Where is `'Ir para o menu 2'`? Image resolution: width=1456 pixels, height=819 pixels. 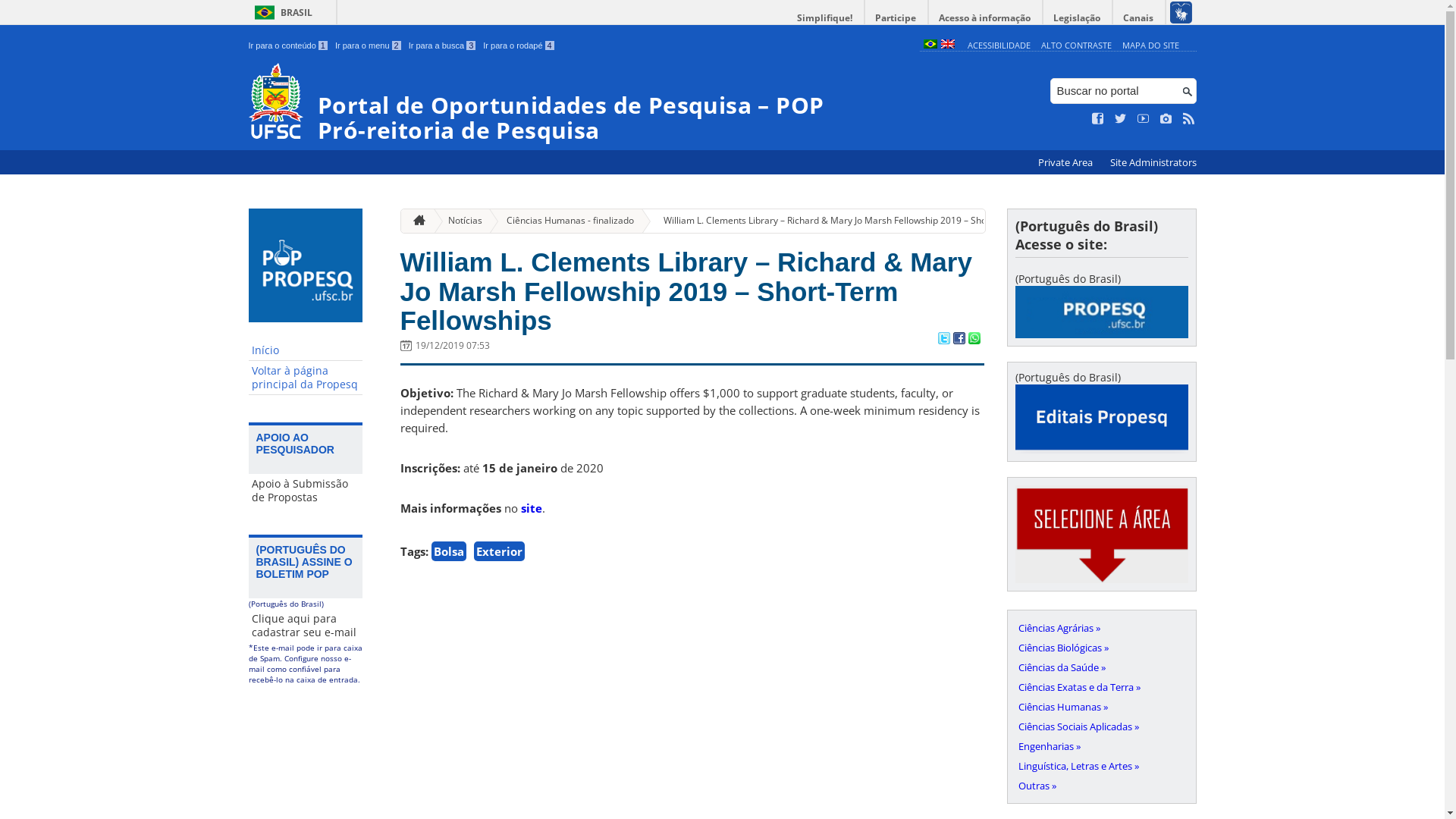
'Ir para o menu 2' is located at coordinates (368, 45).